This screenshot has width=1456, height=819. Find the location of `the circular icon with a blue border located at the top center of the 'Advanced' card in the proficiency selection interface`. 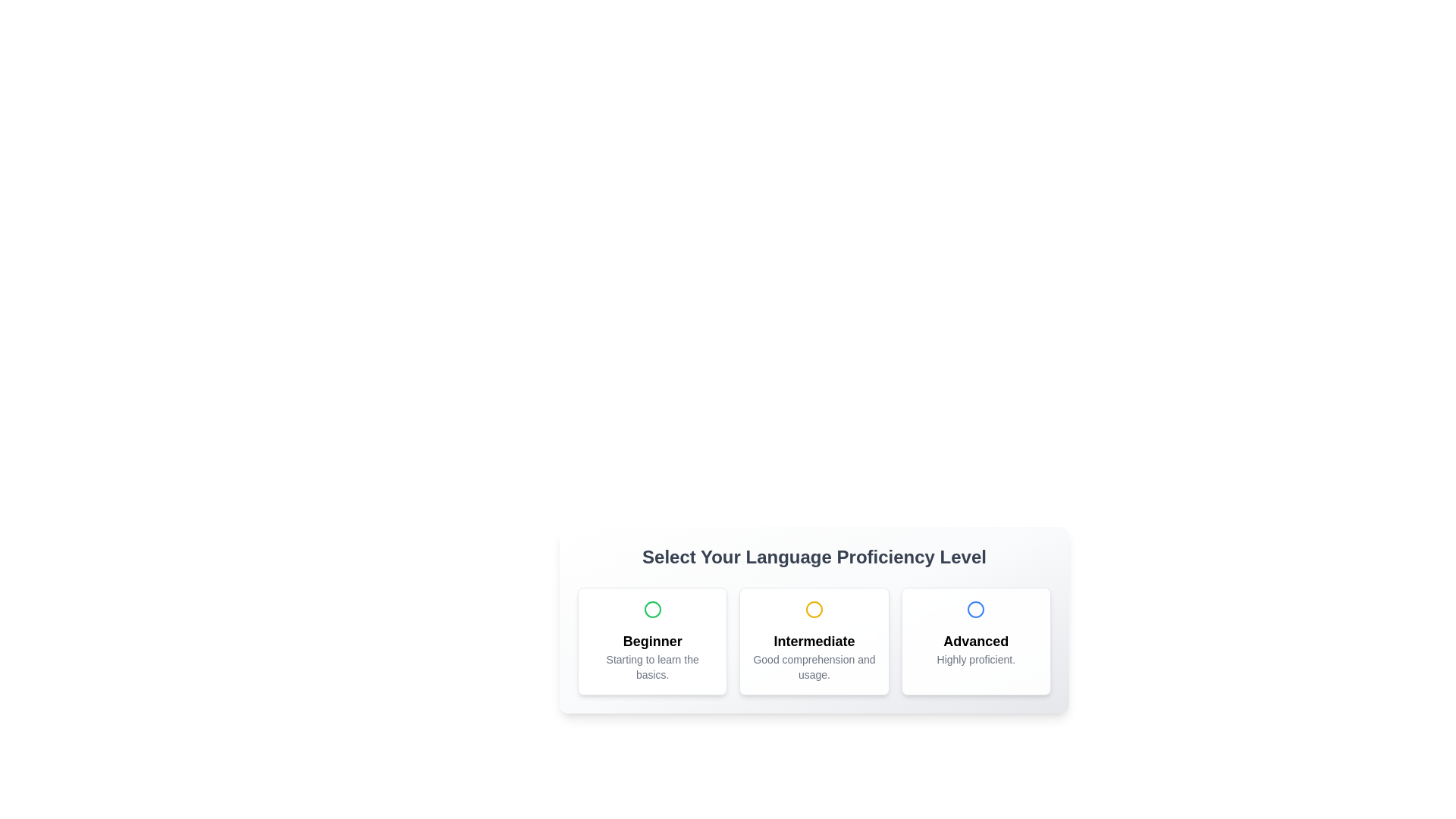

the circular icon with a blue border located at the top center of the 'Advanced' card in the proficiency selection interface is located at coordinates (976, 608).